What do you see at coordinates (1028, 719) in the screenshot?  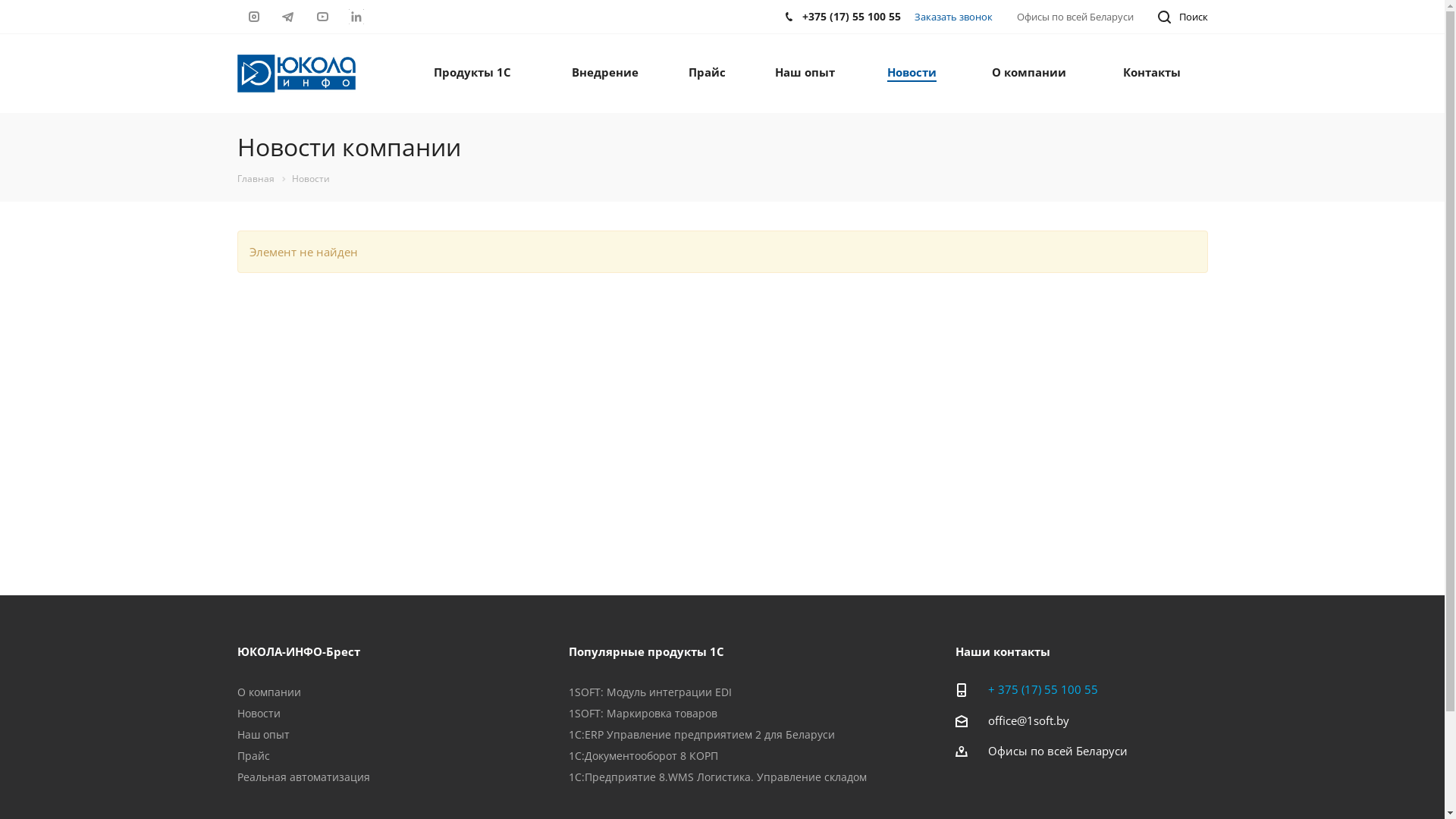 I see `'office@1soft.by'` at bounding box center [1028, 719].